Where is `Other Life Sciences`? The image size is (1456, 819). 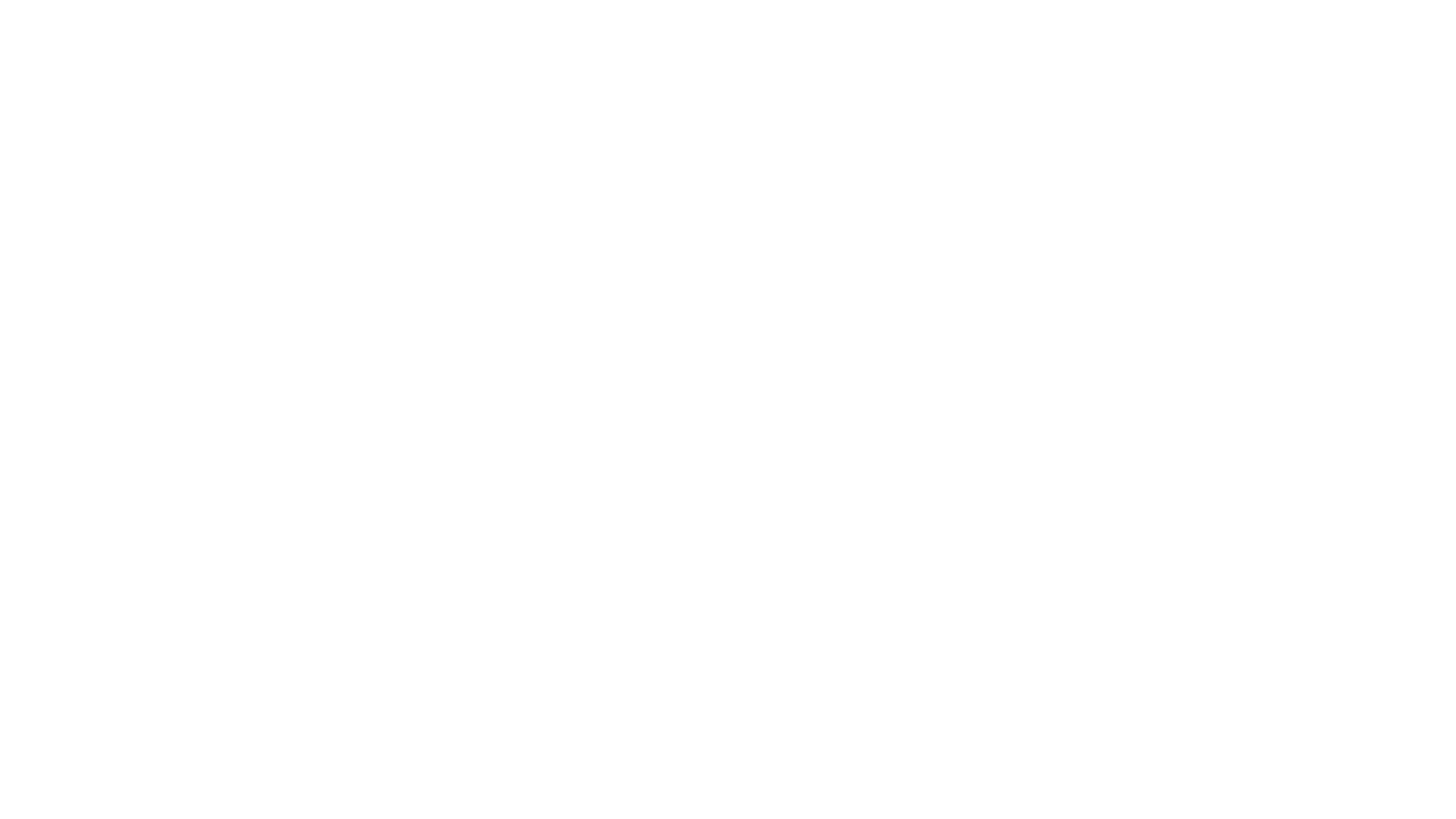
Other Life Sciences is located at coordinates (679, 773).